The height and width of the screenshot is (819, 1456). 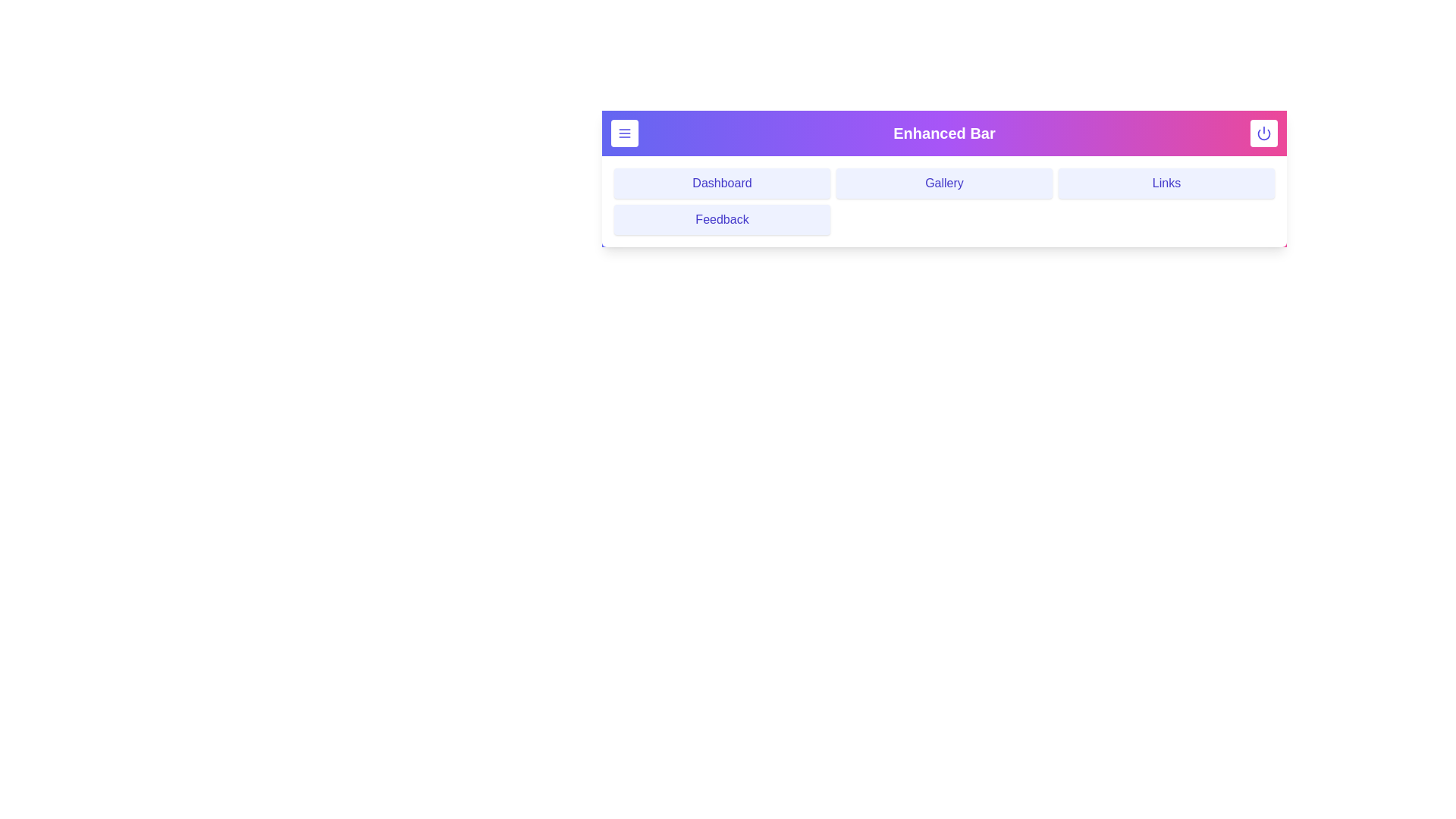 What do you see at coordinates (943, 183) in the screenshot?
I see `the menu button labeled Gallery` at bounding box center [943, 183].